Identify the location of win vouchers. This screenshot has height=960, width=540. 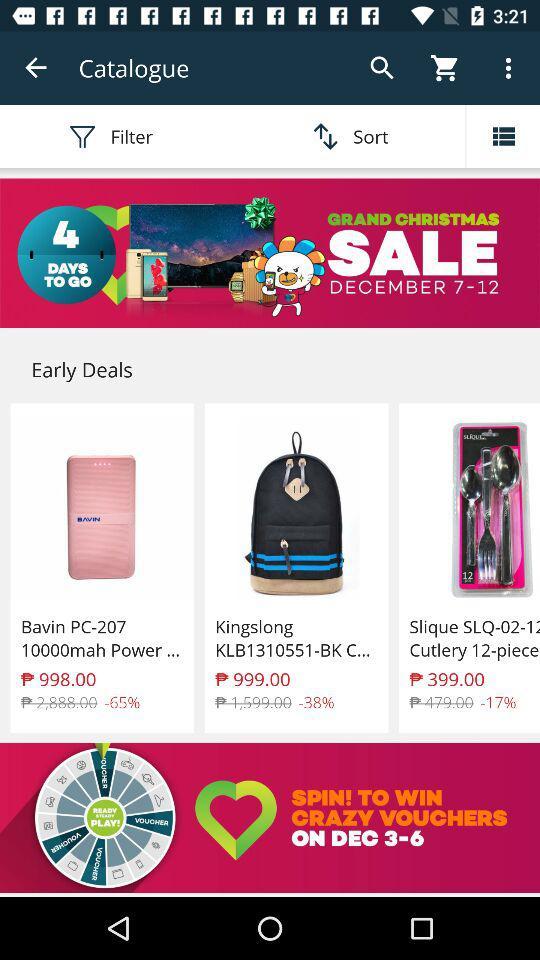
(270, 818).